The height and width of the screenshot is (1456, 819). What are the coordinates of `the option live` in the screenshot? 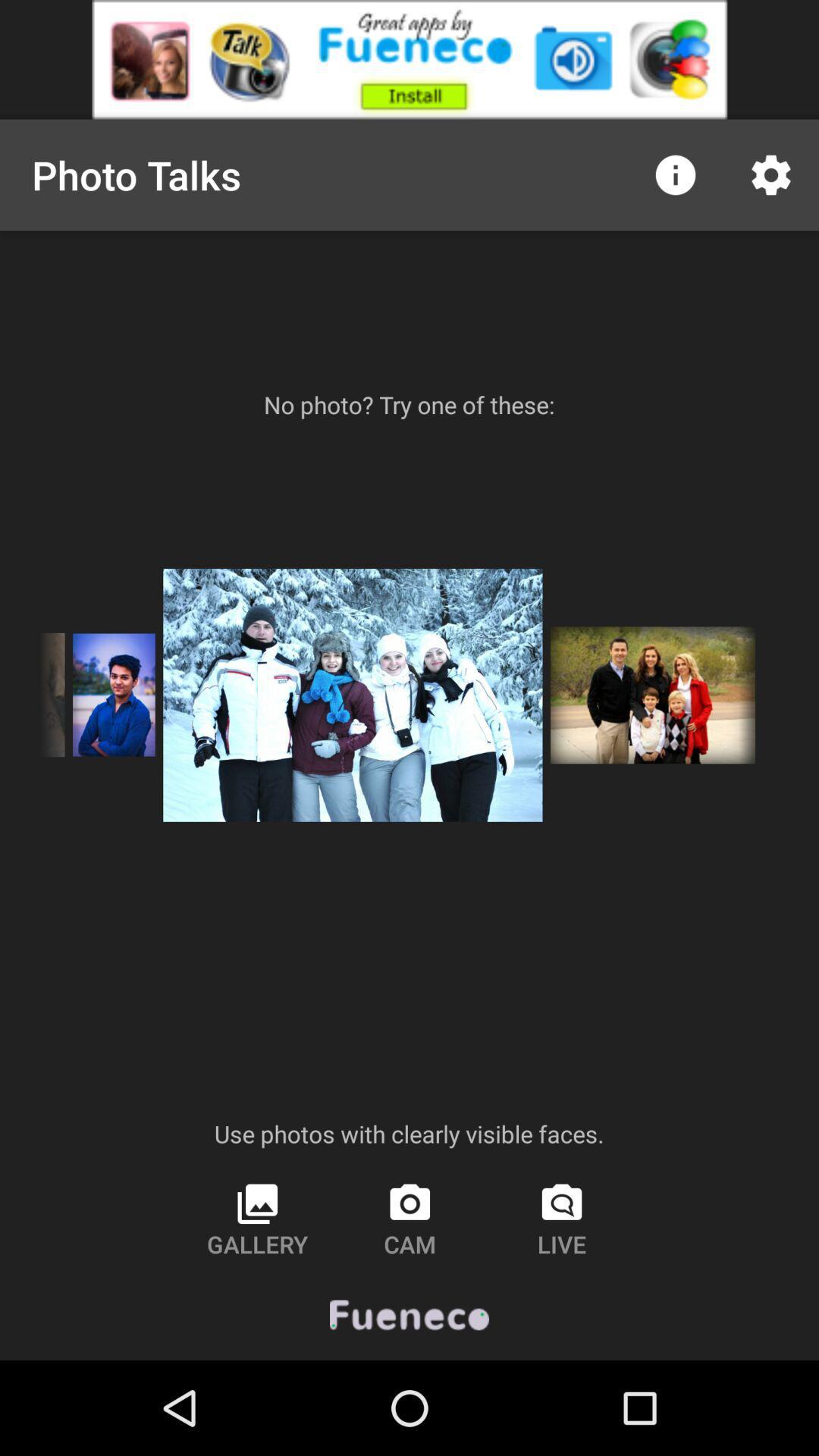 It's located at (562, 1219).